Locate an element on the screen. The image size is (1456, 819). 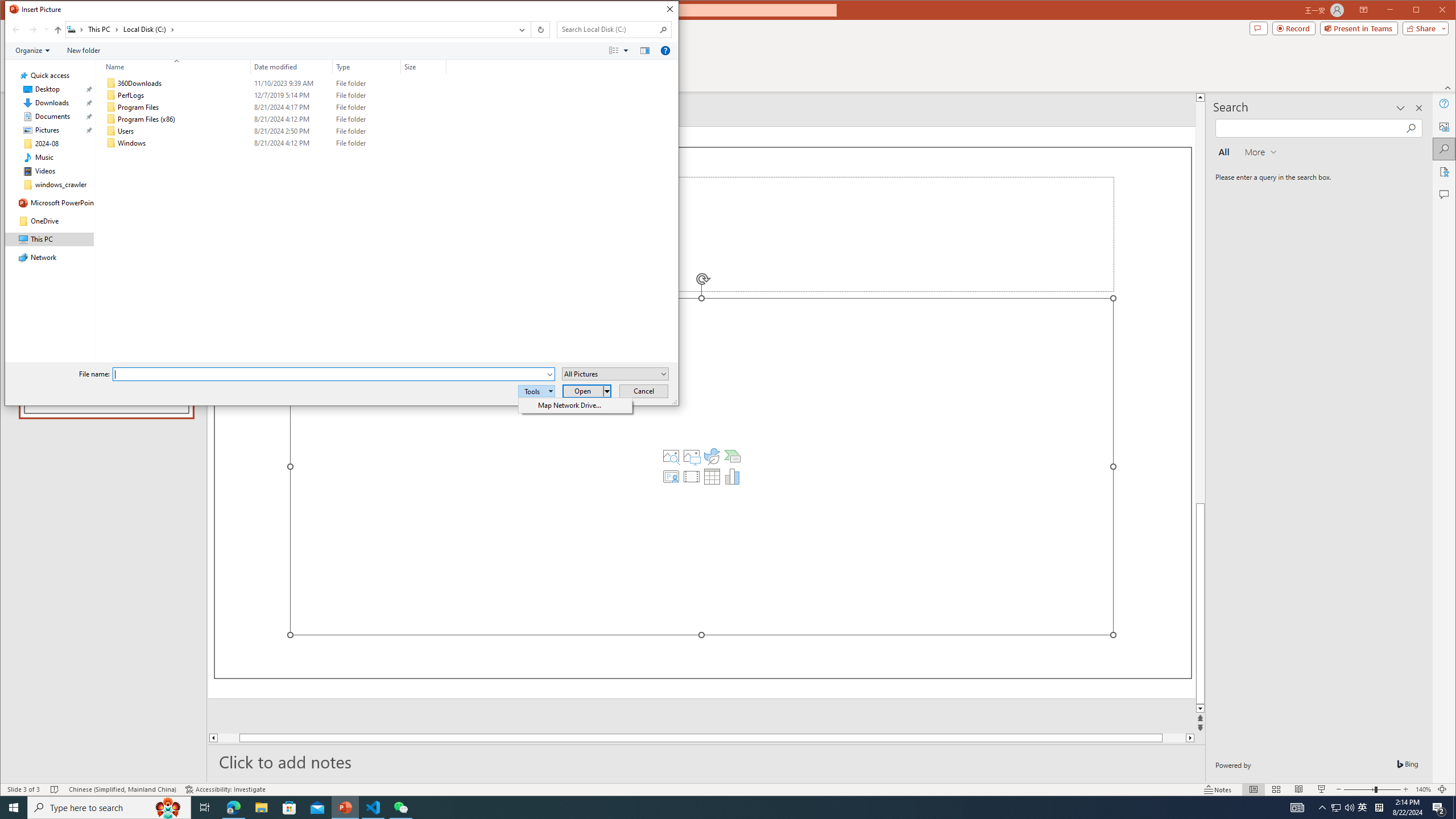
'Name' is located at coordinates (172, 66).